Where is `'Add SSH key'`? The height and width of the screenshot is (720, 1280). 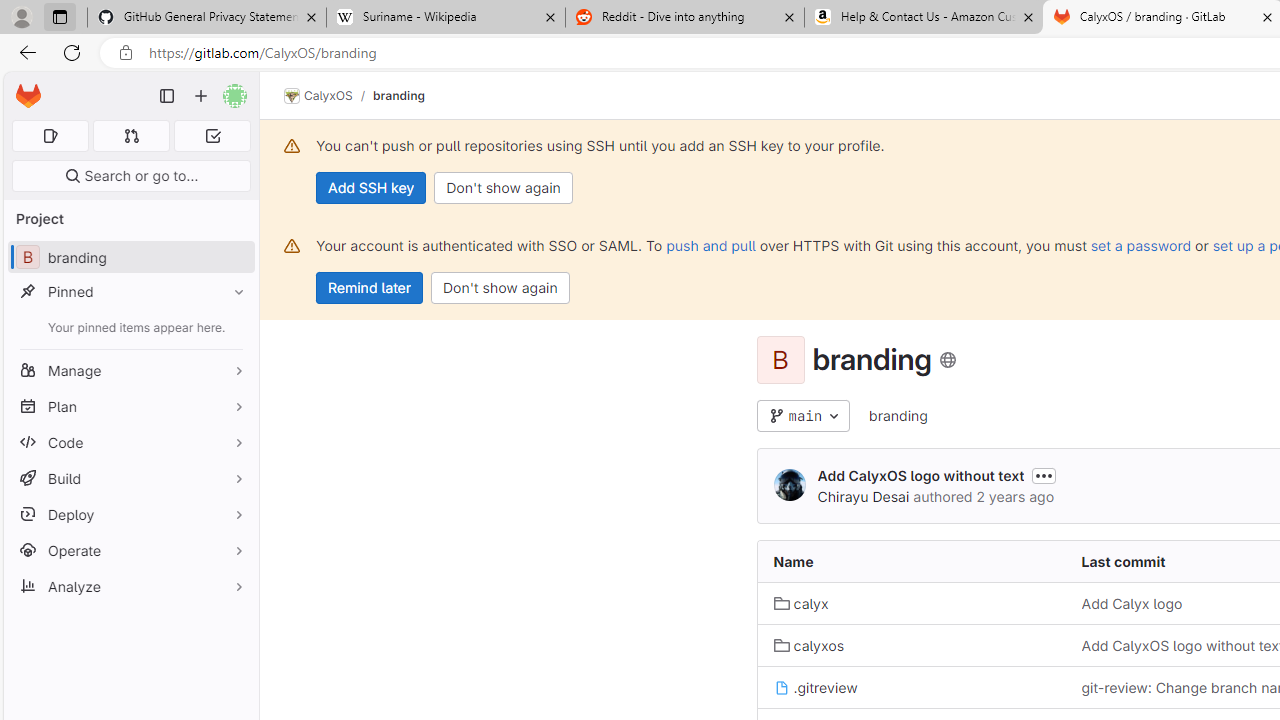 'Add SSH key' is located at coordinates (371, 187).